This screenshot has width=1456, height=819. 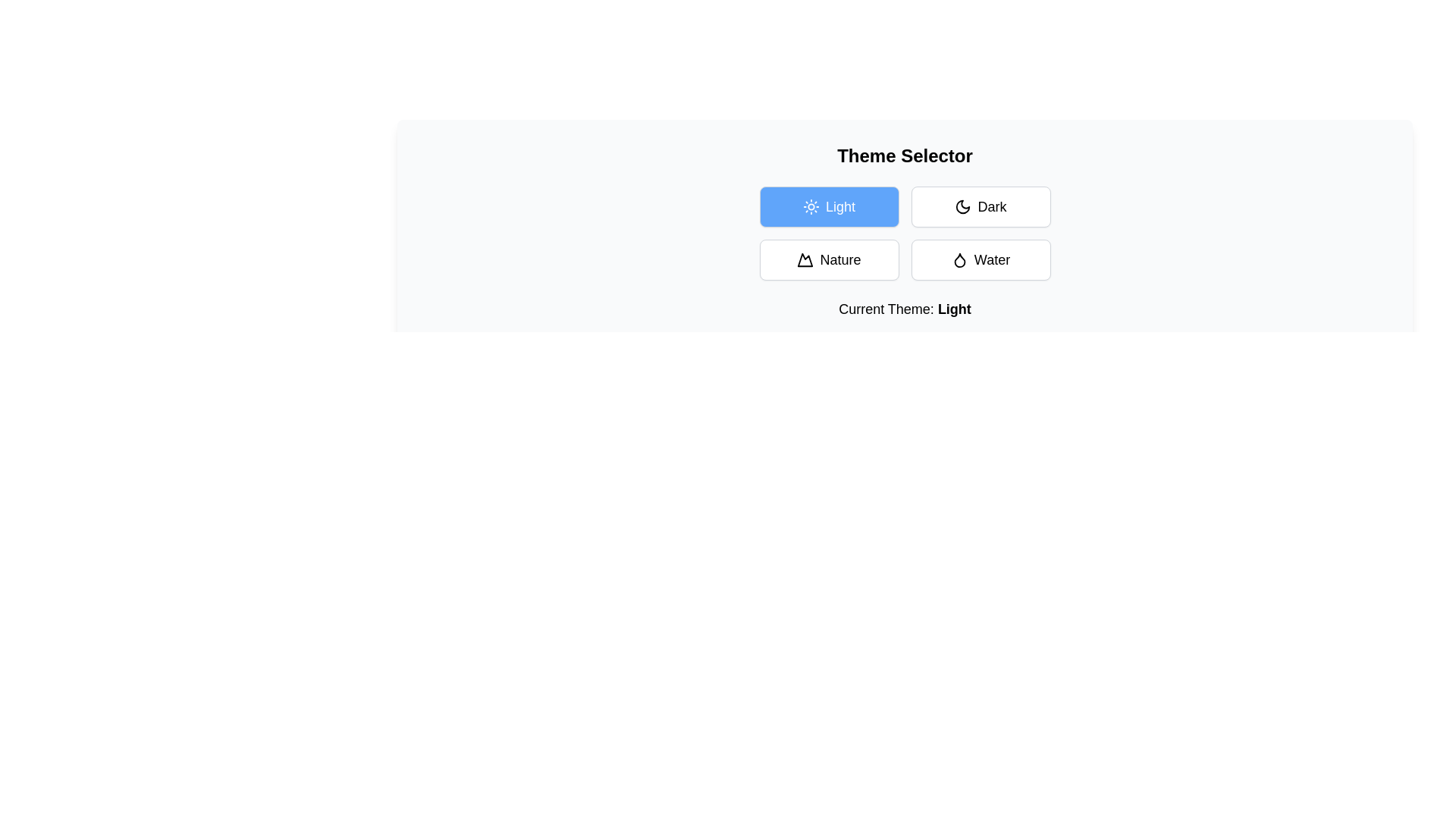 What do you see at coordinates (905, 155) in the screenshot?
I see `the bold text label displaying 'Theme Selector', which is prominently positioned at the top-center of the theme selection interface` at bounding box center [905, 155].